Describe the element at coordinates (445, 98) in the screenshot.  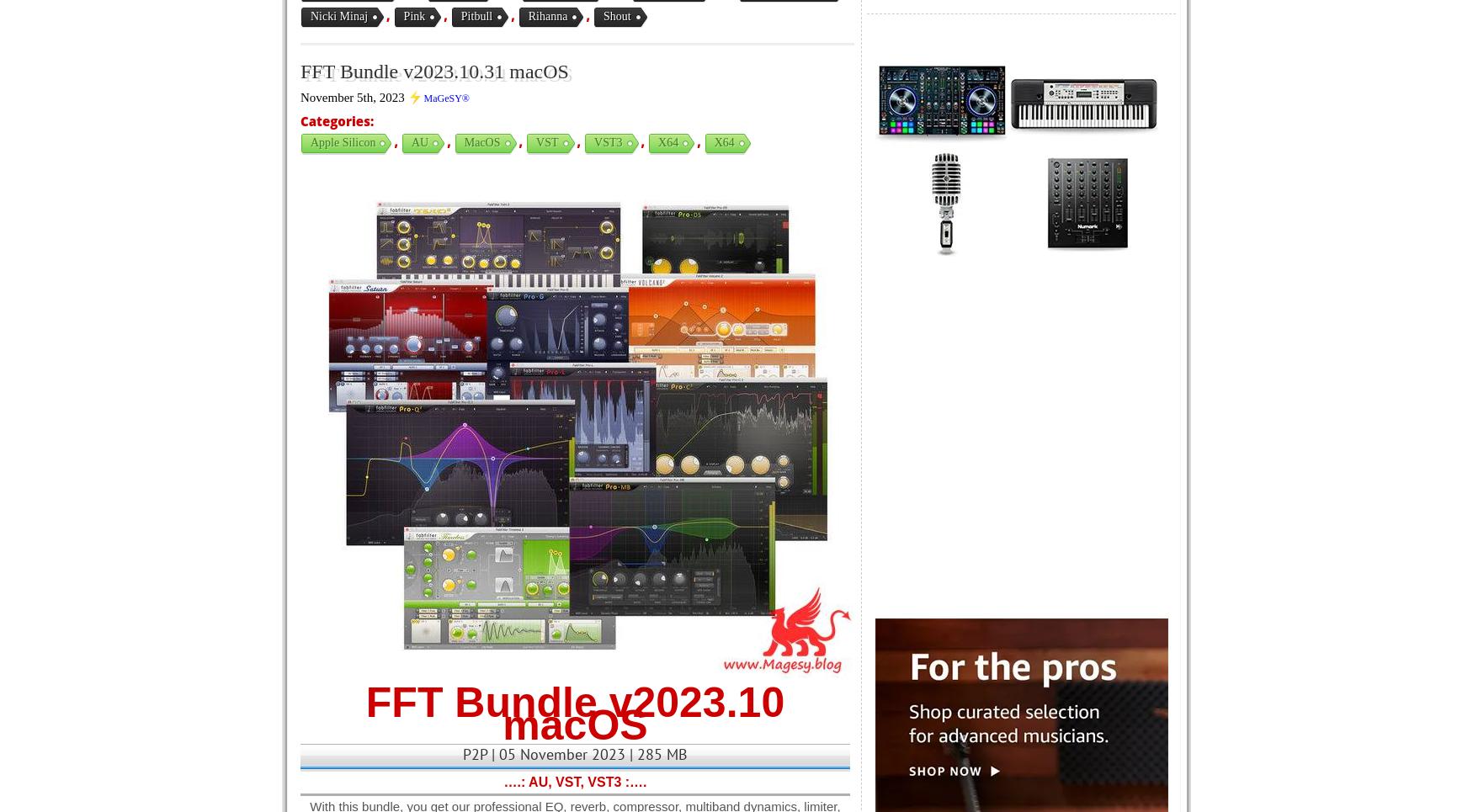
I see `'MaGeSY®'` at that location.